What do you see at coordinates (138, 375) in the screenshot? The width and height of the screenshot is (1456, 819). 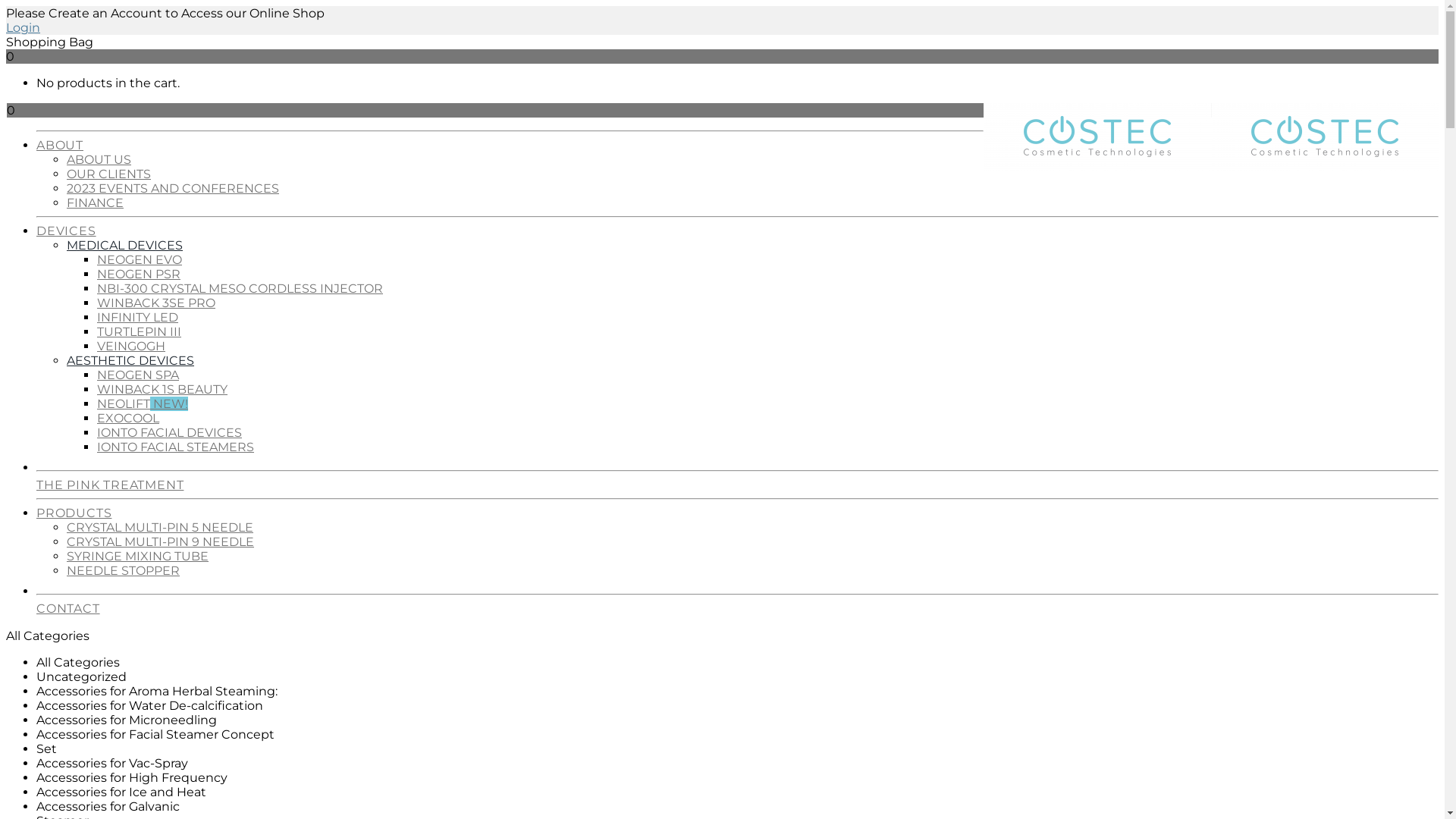 I see `'NEOGEN SPA'` at bounding box center [138, 375].